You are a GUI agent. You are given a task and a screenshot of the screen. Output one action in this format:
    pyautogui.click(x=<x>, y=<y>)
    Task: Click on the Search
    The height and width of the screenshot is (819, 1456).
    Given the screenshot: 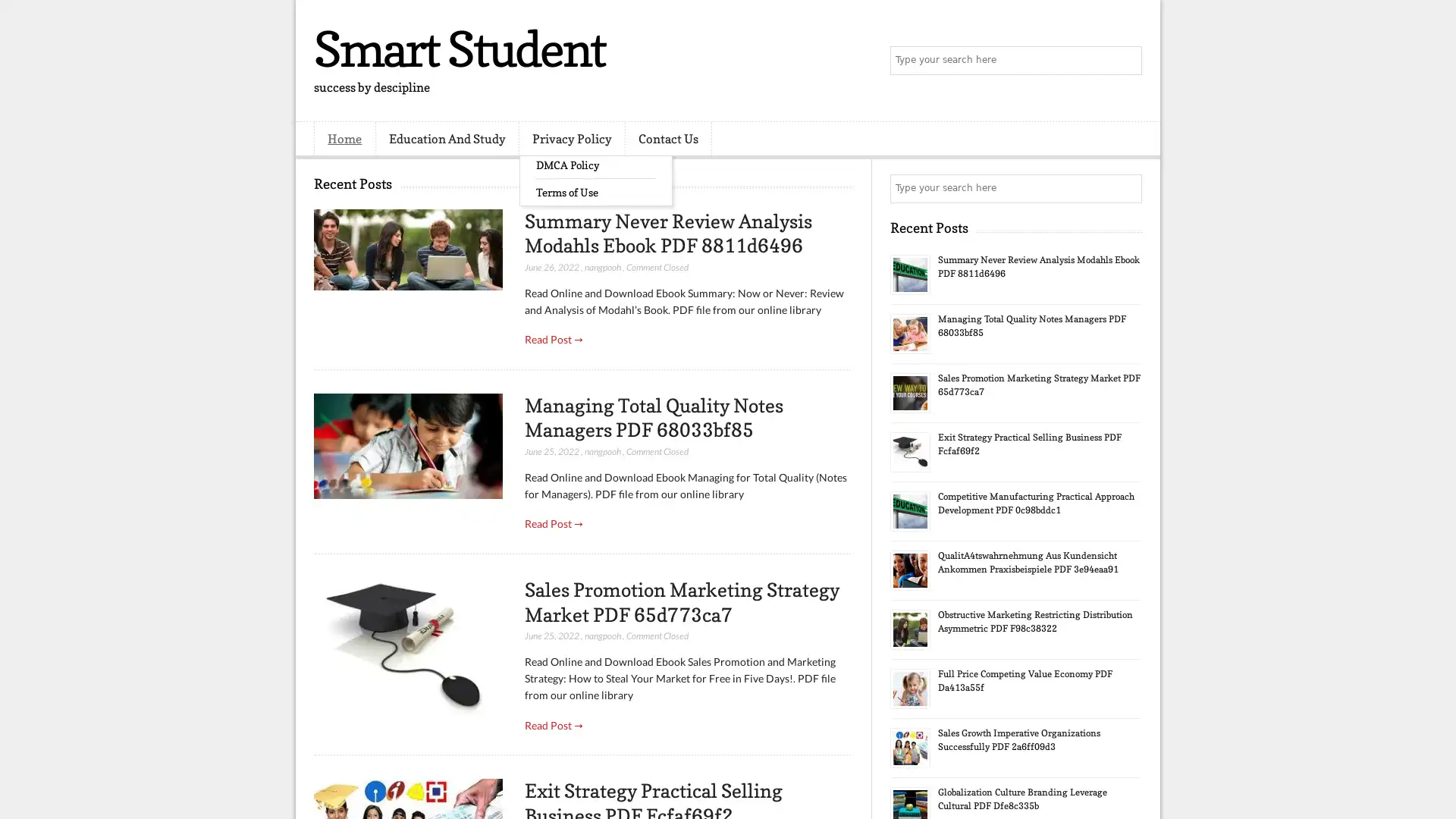 What is the action you would take?
    pyautogui.click(x=1126, y=61)
    